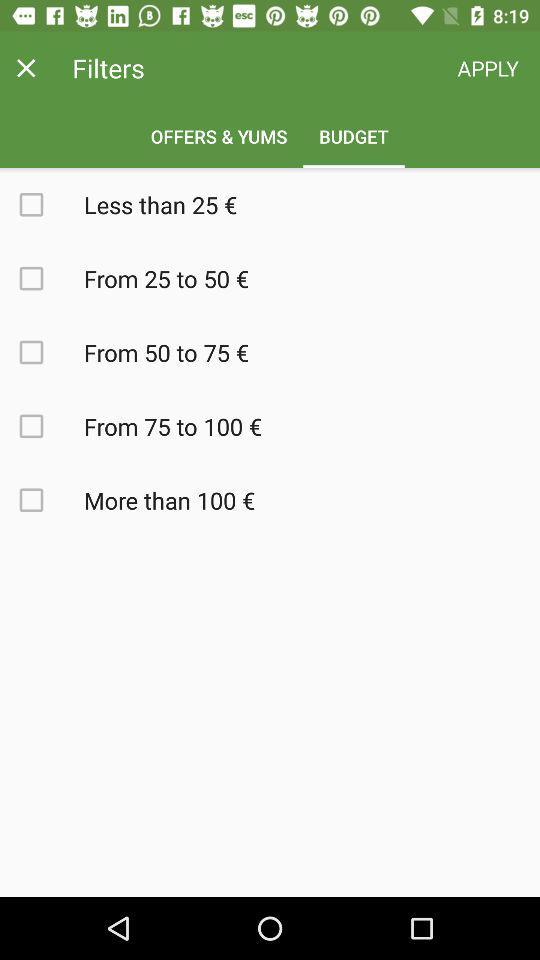 This screenshot has width=540, height=960. What do you see at coordinates (42, 426) in the screenshot?
I see `check price range` at bounding box center [42, 426].